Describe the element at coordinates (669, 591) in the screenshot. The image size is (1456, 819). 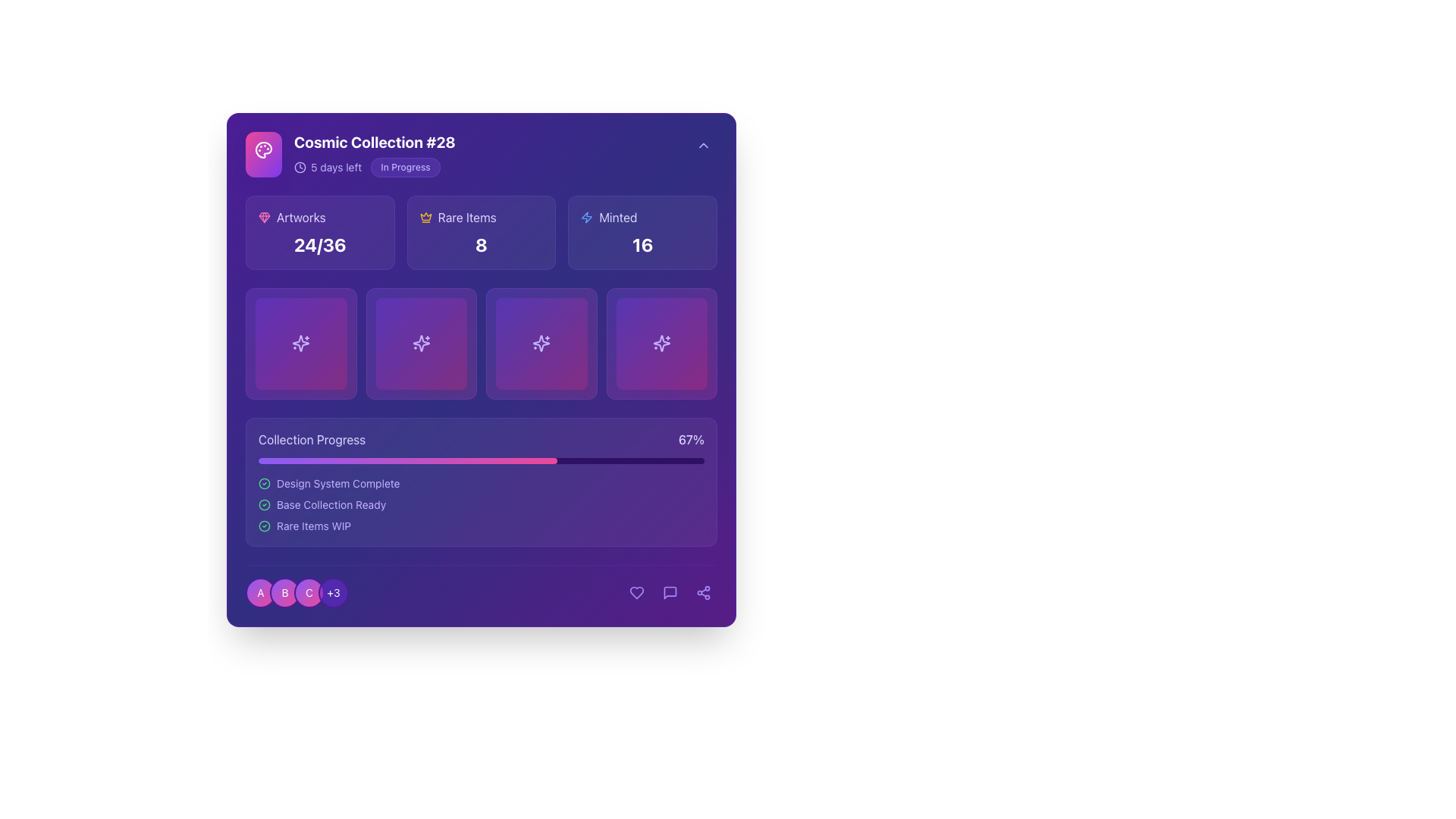
I see `the interactive comment icon located between the heart icon and the share icon` at that location.